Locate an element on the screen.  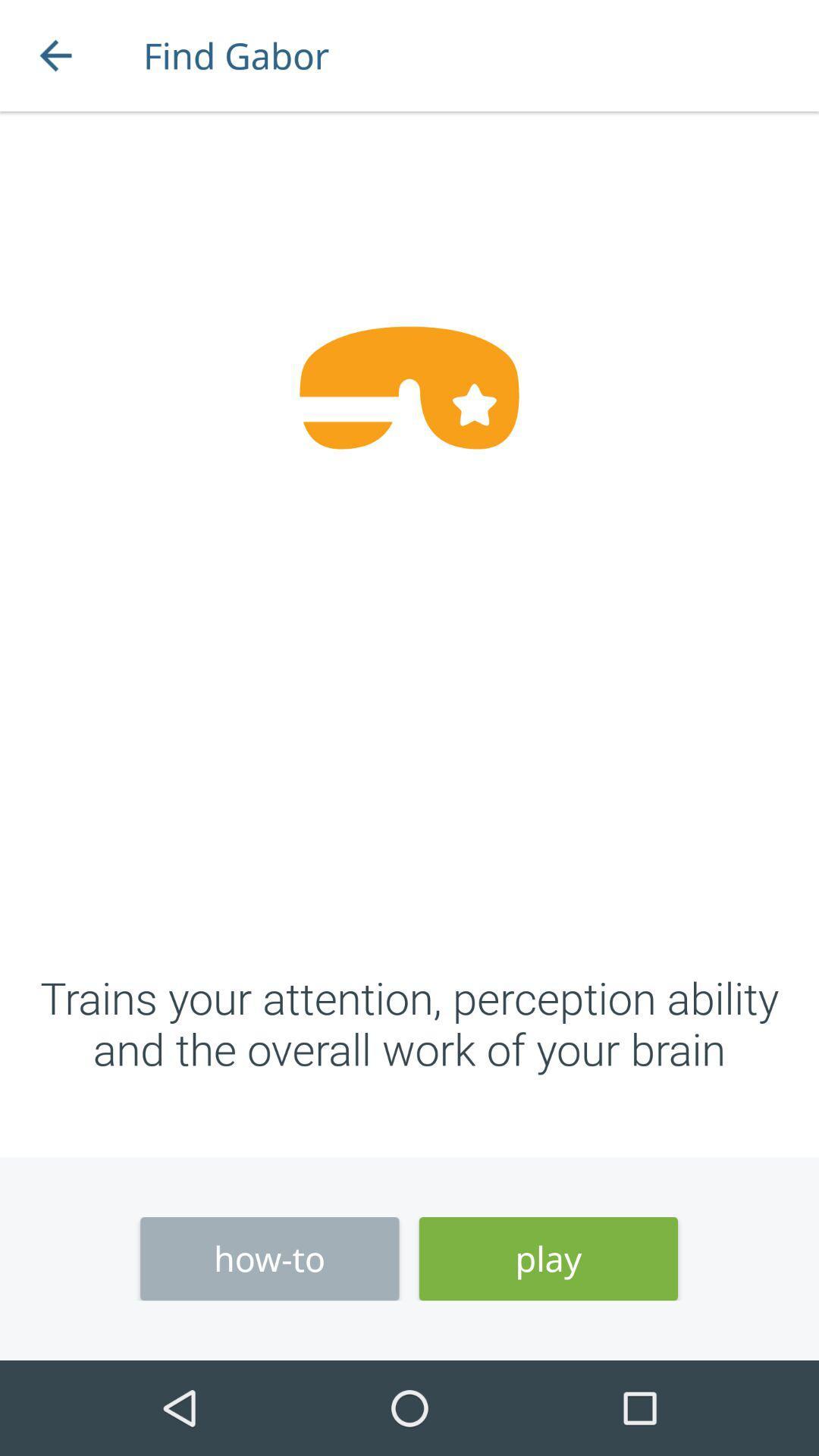
play item is located at coordinates (548, 1259).